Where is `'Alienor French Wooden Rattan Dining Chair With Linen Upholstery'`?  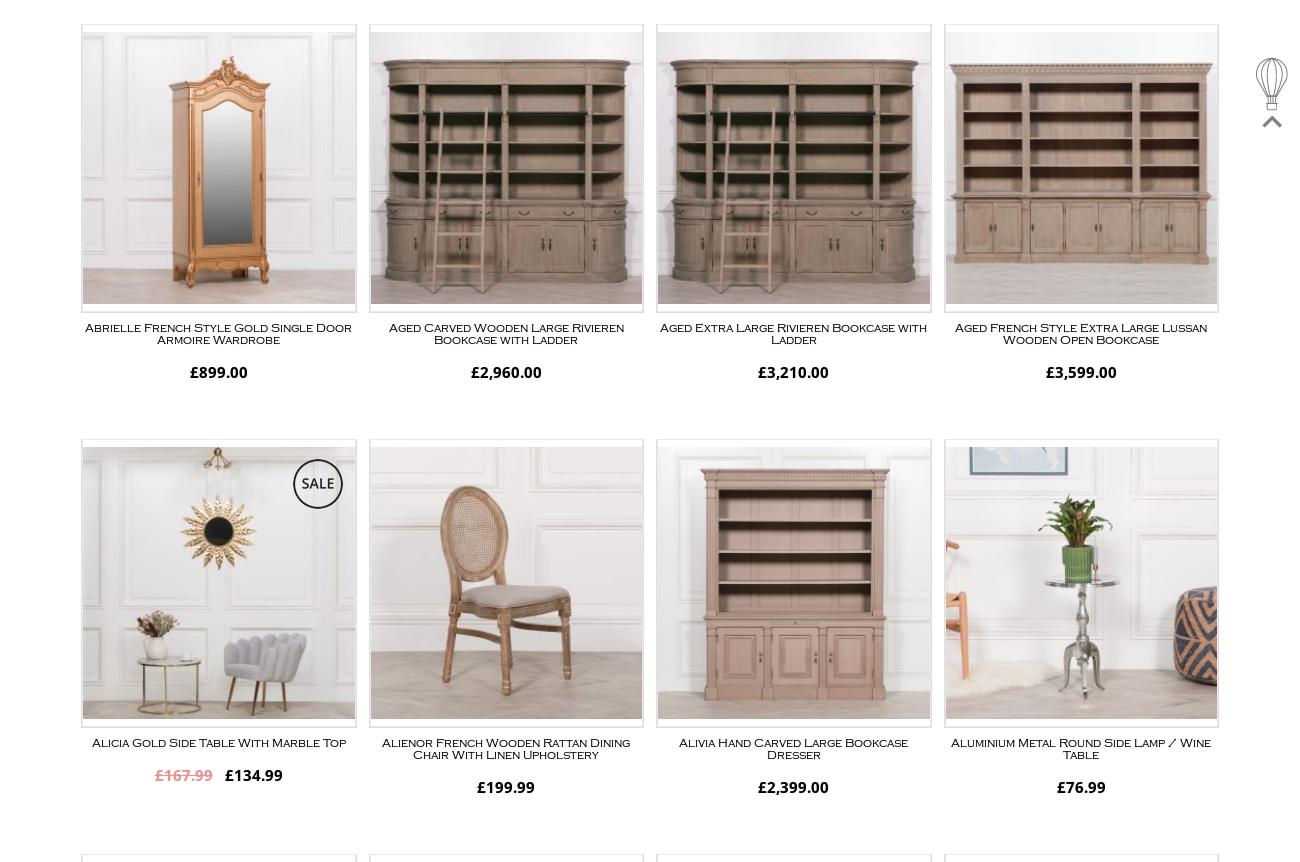 'Alienor French Wooden Rattan Dining Chair With Linen Upholstery' is located at coordinates (381, 747).